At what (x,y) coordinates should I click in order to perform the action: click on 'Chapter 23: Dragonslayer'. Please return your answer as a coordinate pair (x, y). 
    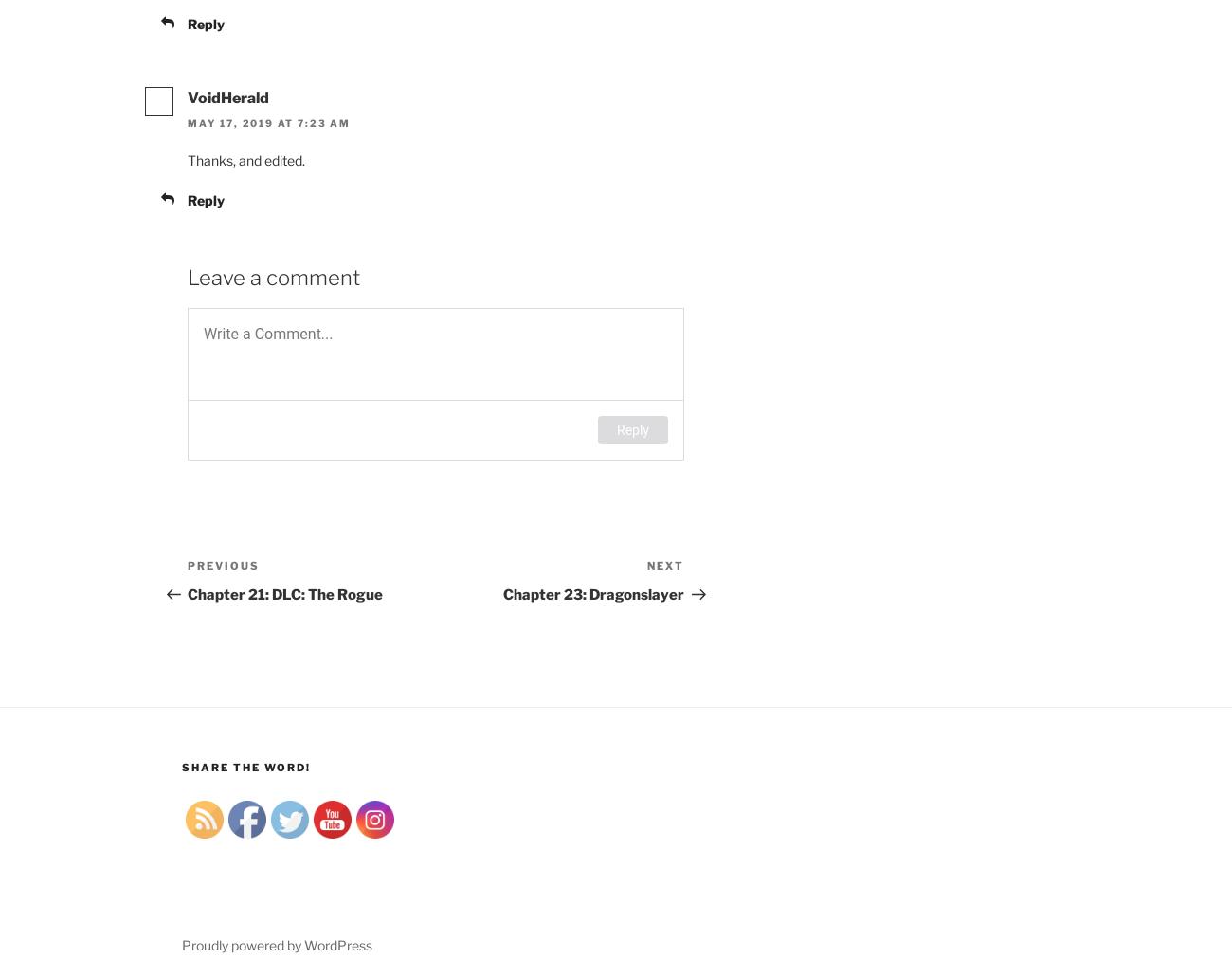
    Looking at the image, I should click on (593, 594).